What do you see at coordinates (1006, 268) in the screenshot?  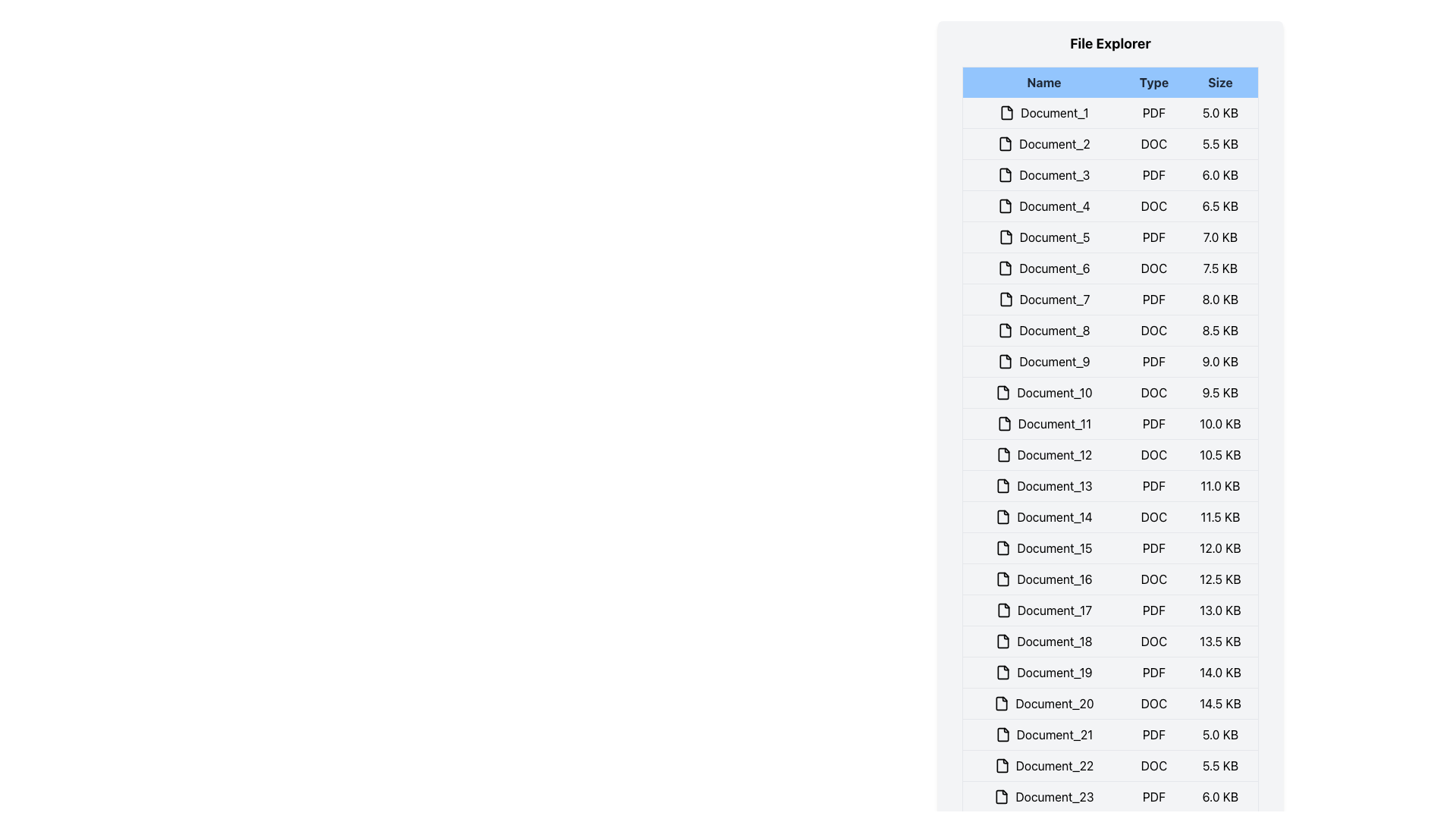 I see `the document icon in the sixth row of the 'File Explorer' that represents 'Document_6'` at bounding box center [1006, 268].